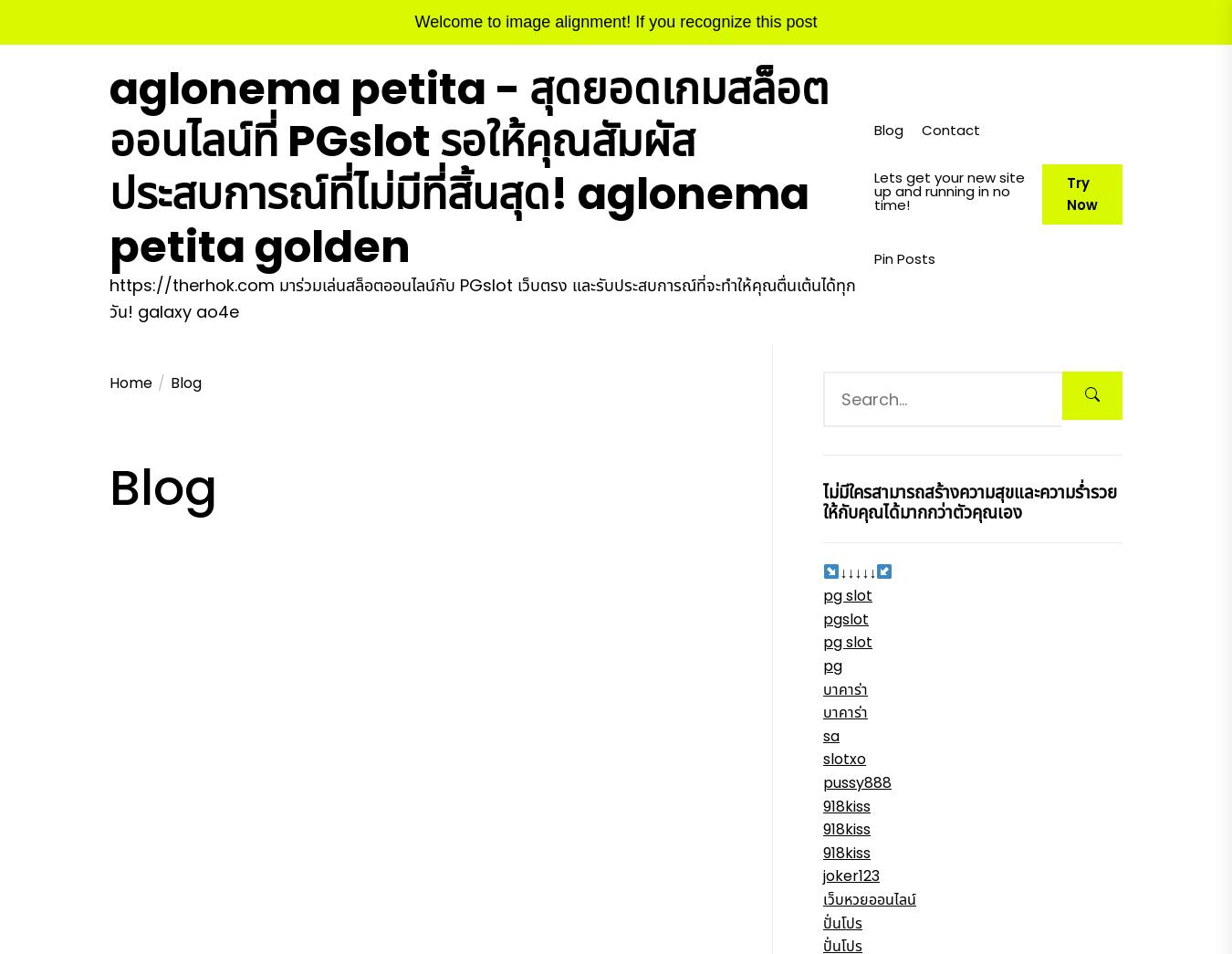 The width and height of the screenshot is (1232, 954). What do you see at coordinates (845, 618) in the screenshot?
I see `'pgslot'` at bounding box center [845, 618].